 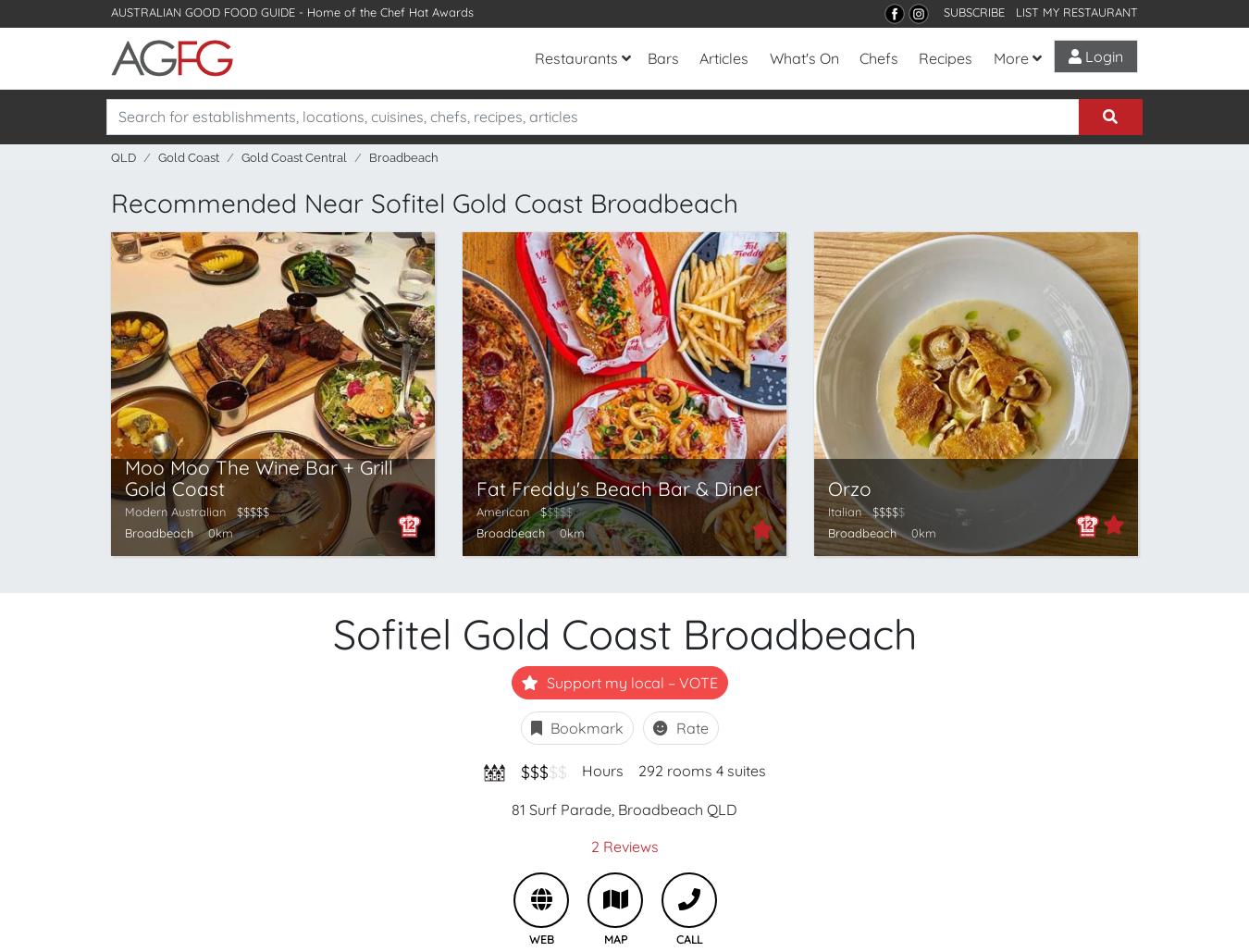 I want to click on '- Home of the', so click(x=338, y=11).